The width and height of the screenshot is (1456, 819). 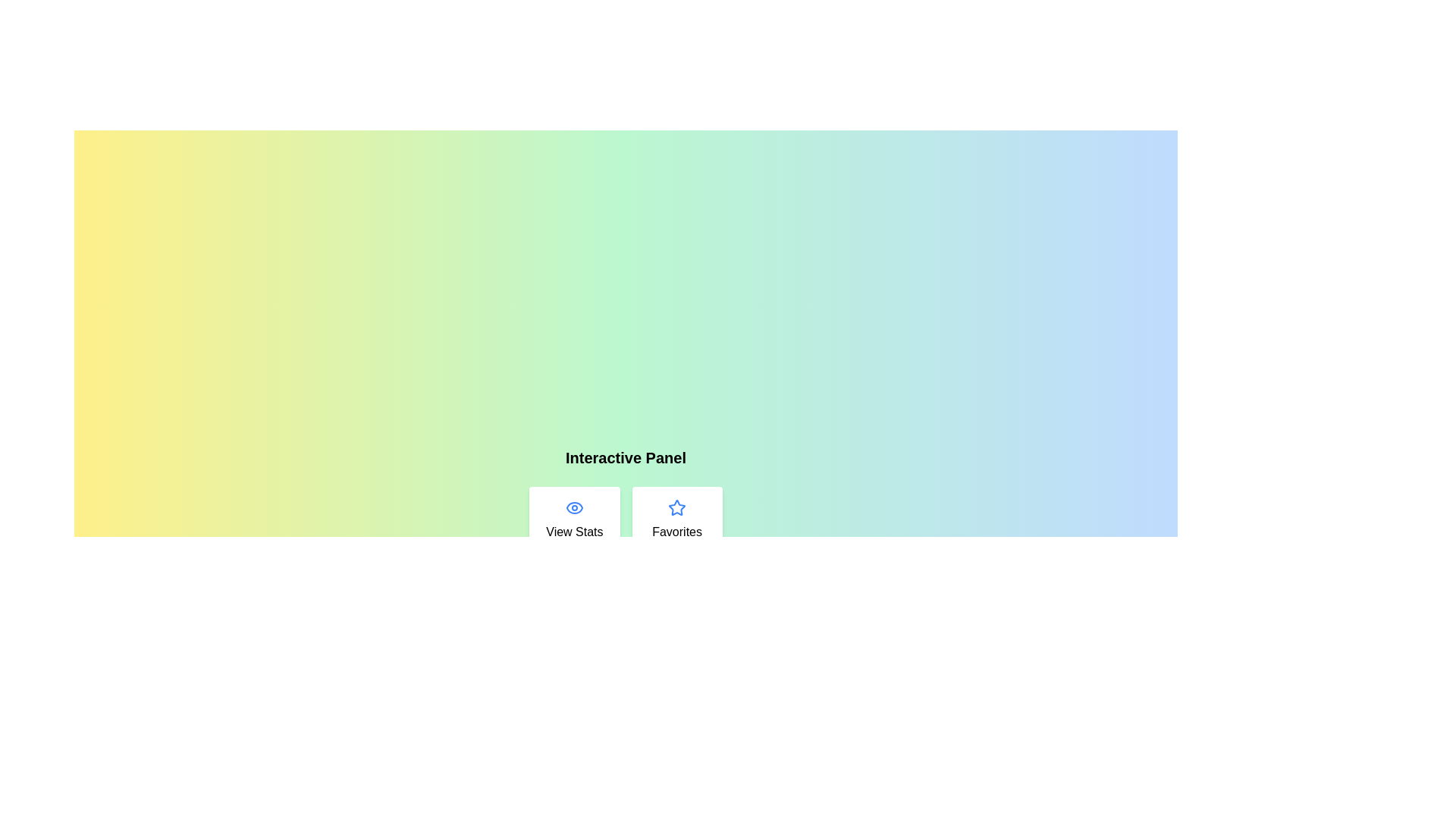 What do you see at coordinates (676, 519) in the screenshot?
I see `the 'Favorites' button, which is a rectangular button with a star icon and text, located under the 'Interactive Panel' section in the second column of the grid layout` at bounding box center [676, 519].